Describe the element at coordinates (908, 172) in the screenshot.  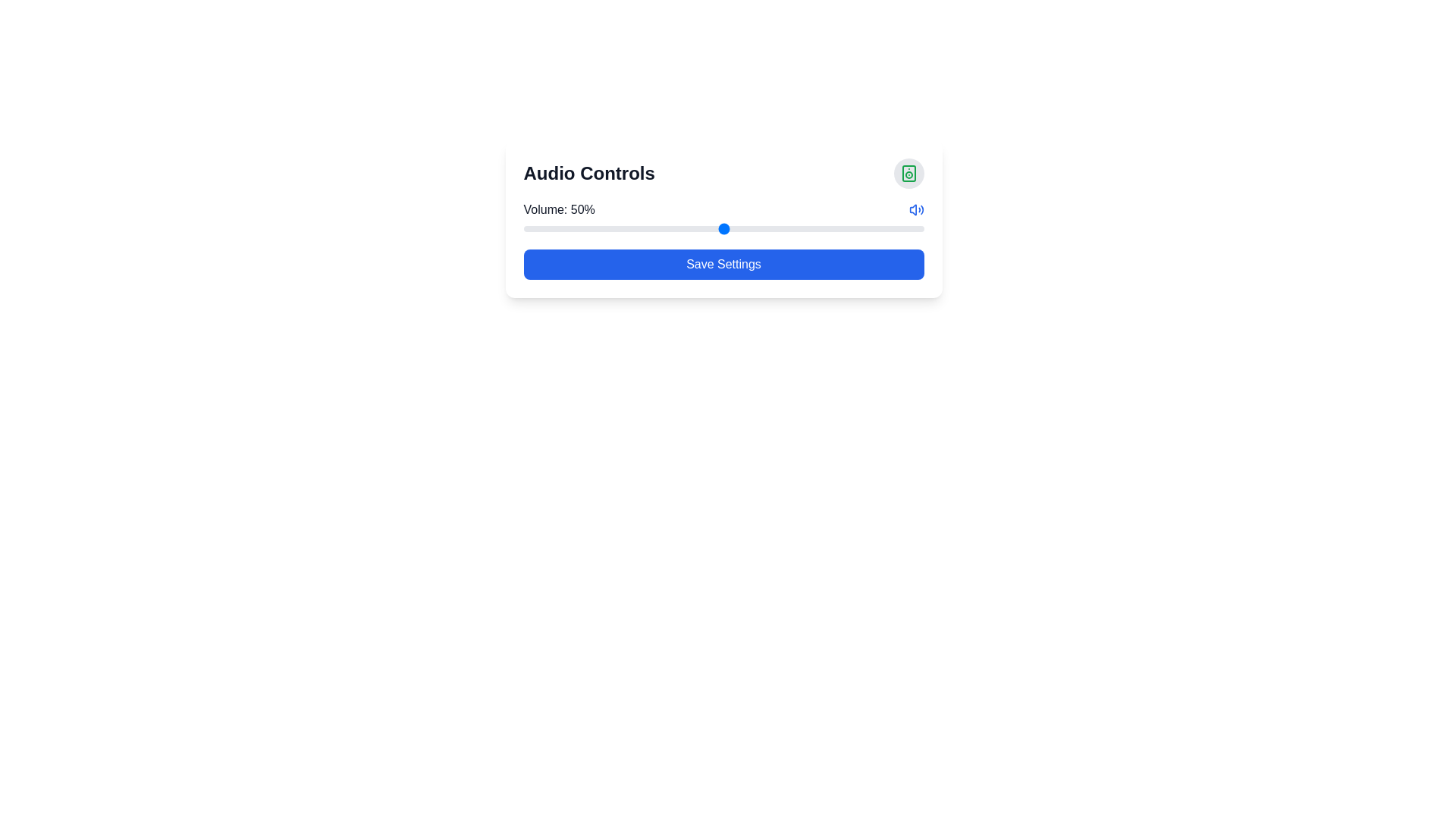
I see `the audio control button located at the far-right side of the 'Audio Controls' section` at that location.